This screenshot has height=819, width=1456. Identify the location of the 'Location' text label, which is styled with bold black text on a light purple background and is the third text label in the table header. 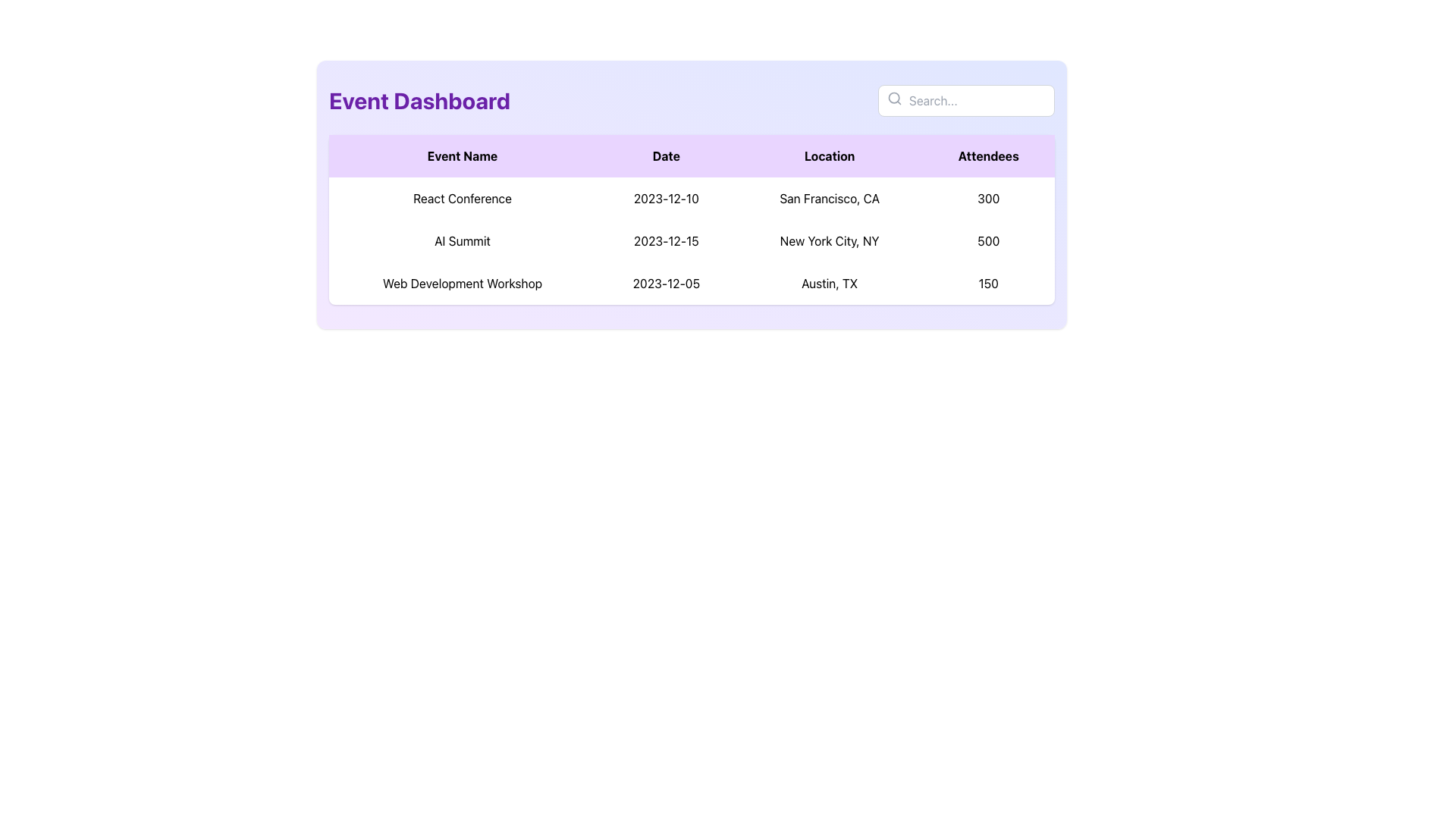
(829, 155).